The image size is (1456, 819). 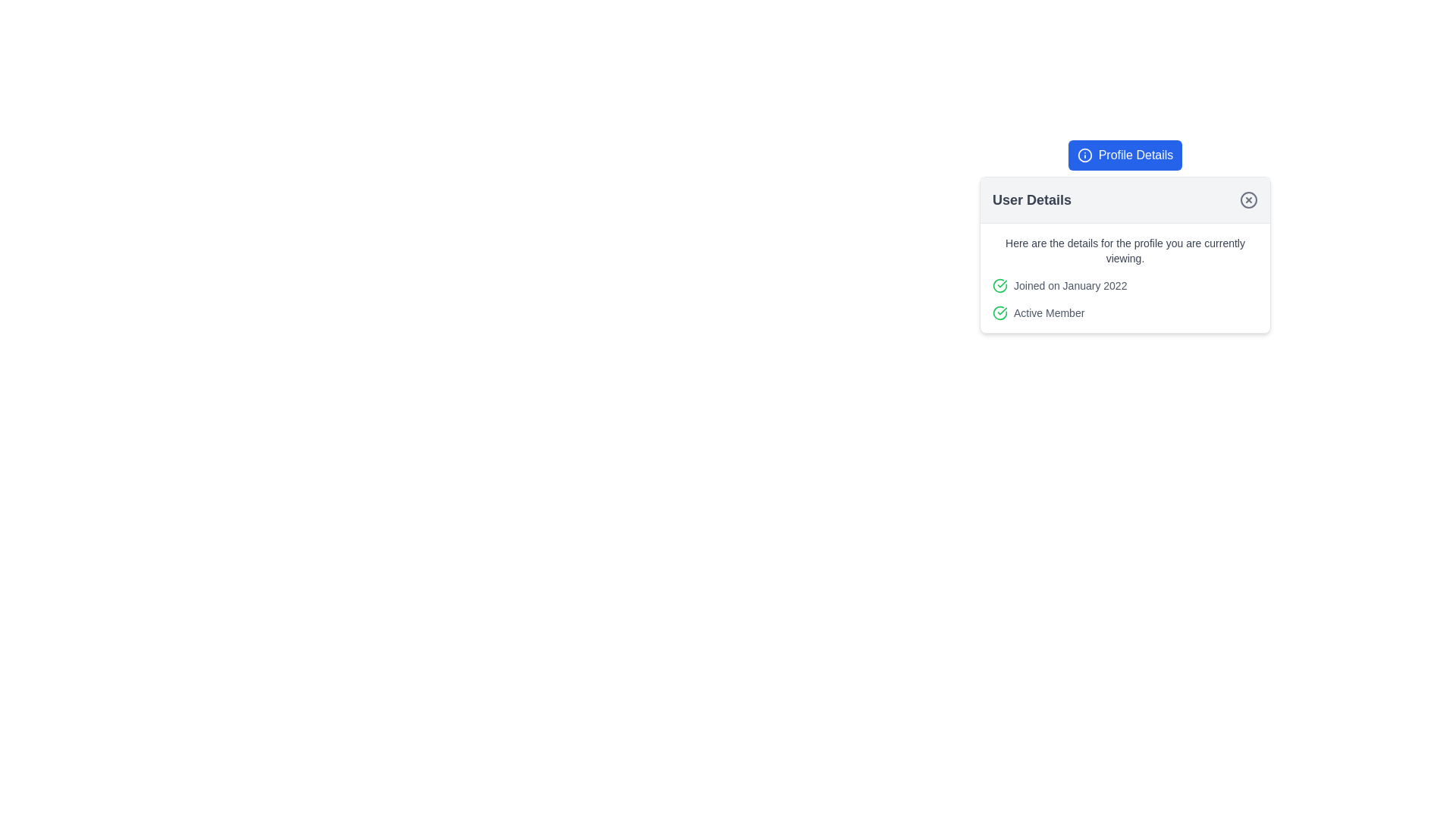 What do you see at coordinates (1048, 312) in the screenshot?
I see `the text label displaying 'Active Member' in gray font, located within the user information card under the 'User Details' section` at bounding box center [1048, 312].